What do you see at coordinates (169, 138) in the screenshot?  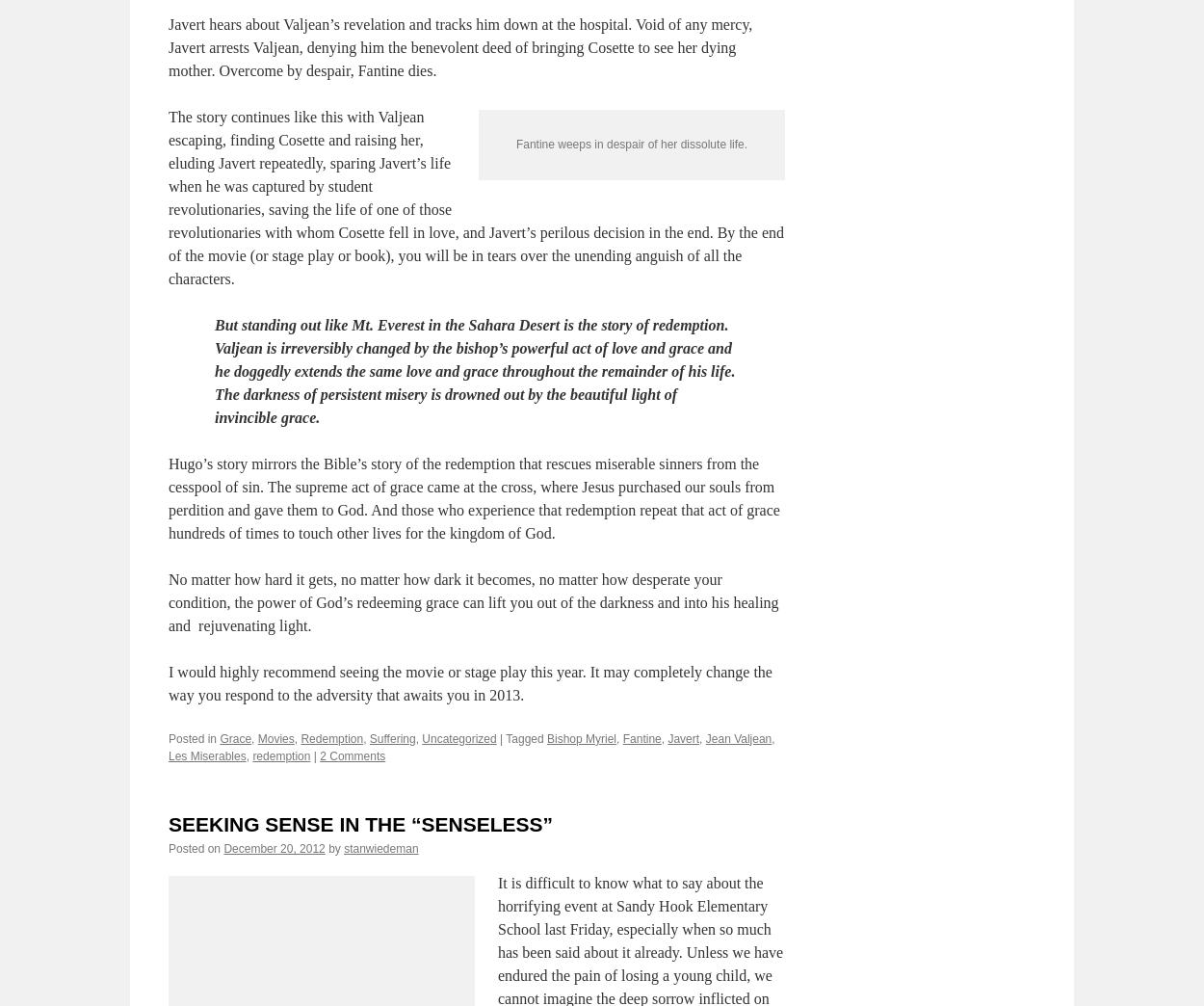 I see `'Javert hears about Valjean’s revelation and tracks him down at the hospital. Void of any mercy, Javert arrests Valjean, denying him the benevolent deed of bringing Cosette to see her dying mother. Overcome by despair, Fantine dies.'` at bounding box center [169, 138].